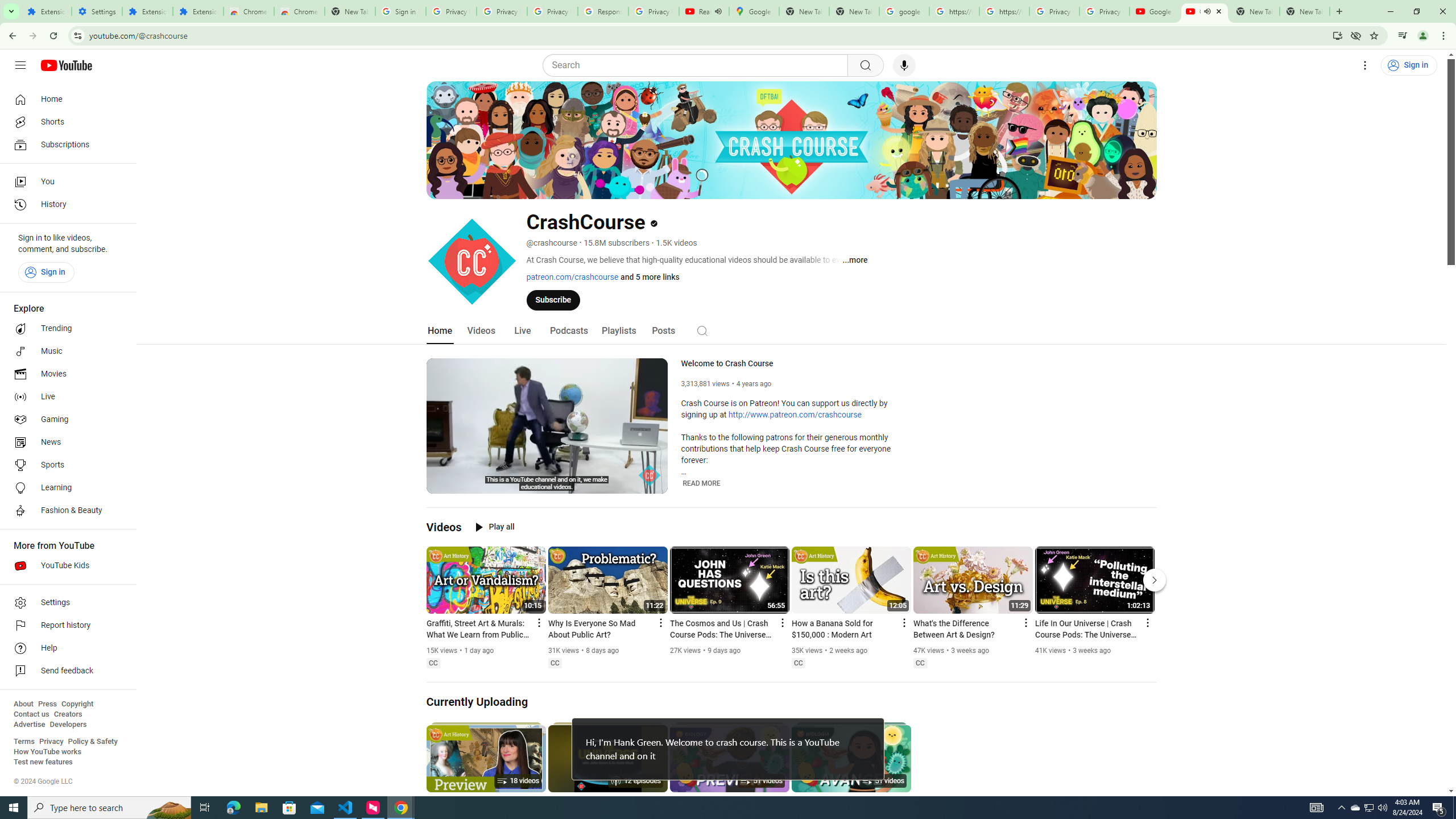 This screenshot has height=819, width=1456. Describe the element at coordinates (954, 11) in the screenshot. I see `'https://scholar.google.com/'` at that location.